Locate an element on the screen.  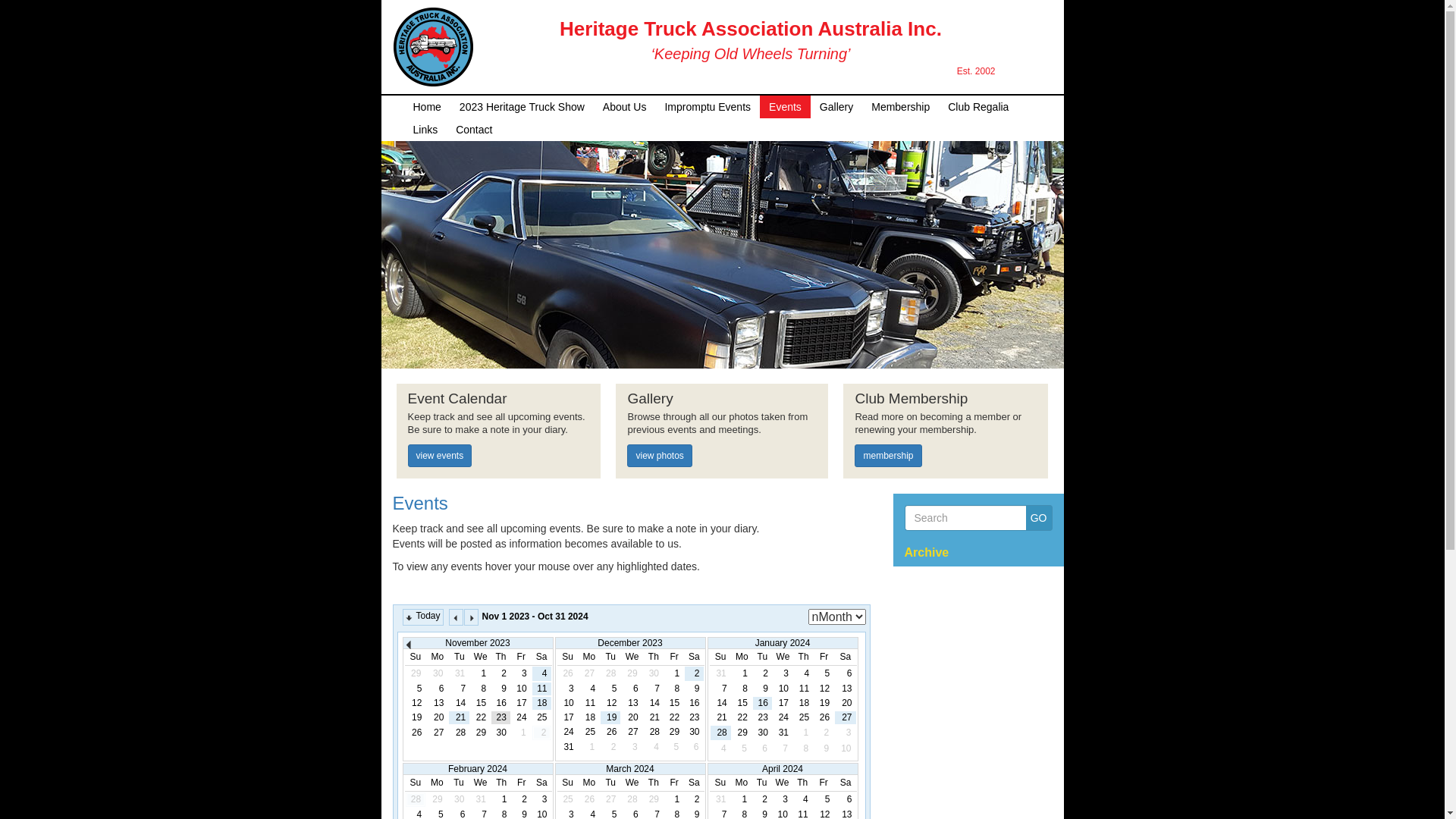
'Prev' is located at coordinates (411, 646).